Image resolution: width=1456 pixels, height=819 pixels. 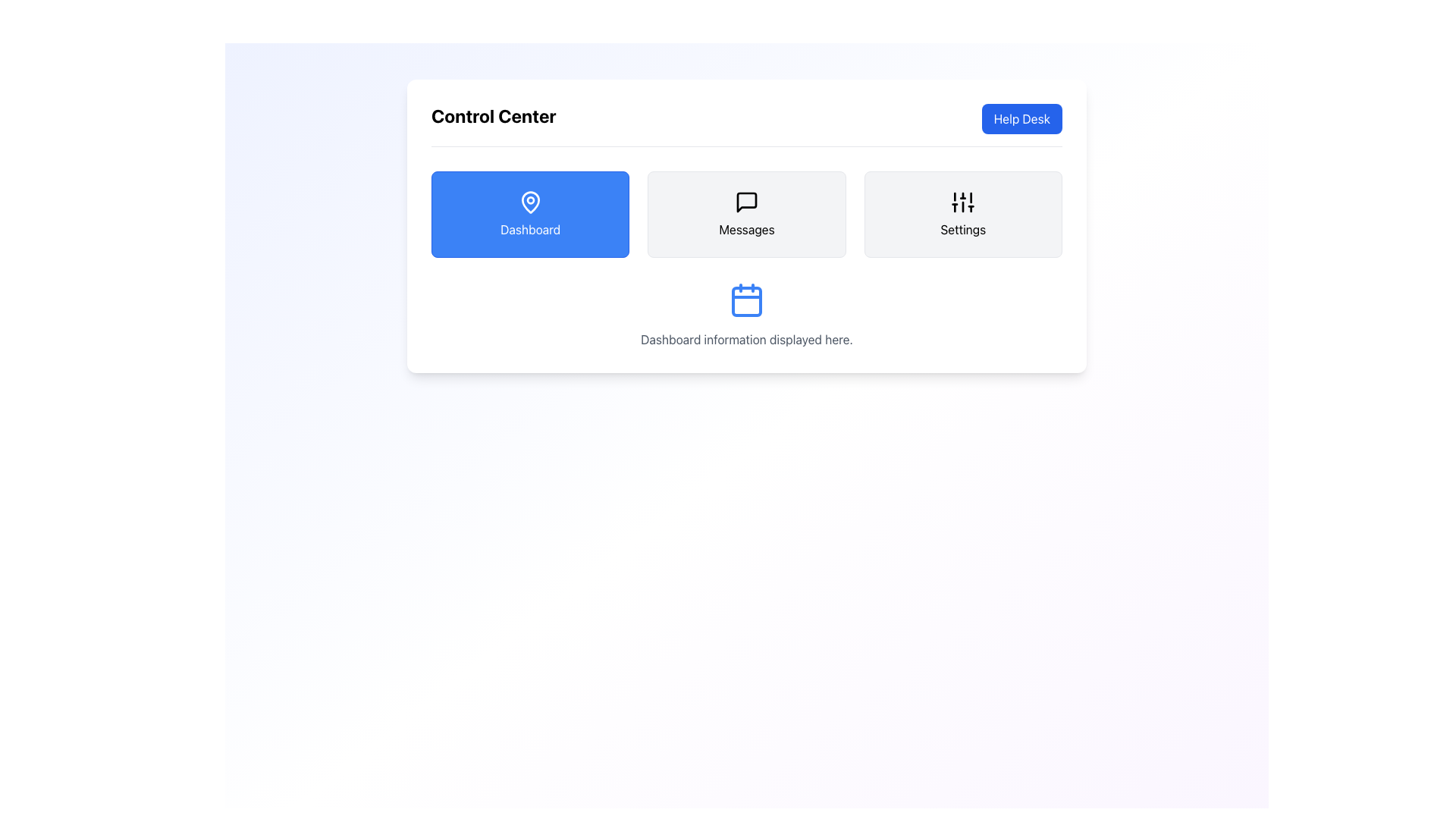 What do you see at coordinates (746, 201) in the screenshot?
I see `the modern outline design graphic icon representing a square conversation bubble located in the 'Messages' section of the interface` at bounding box center [746, 201].